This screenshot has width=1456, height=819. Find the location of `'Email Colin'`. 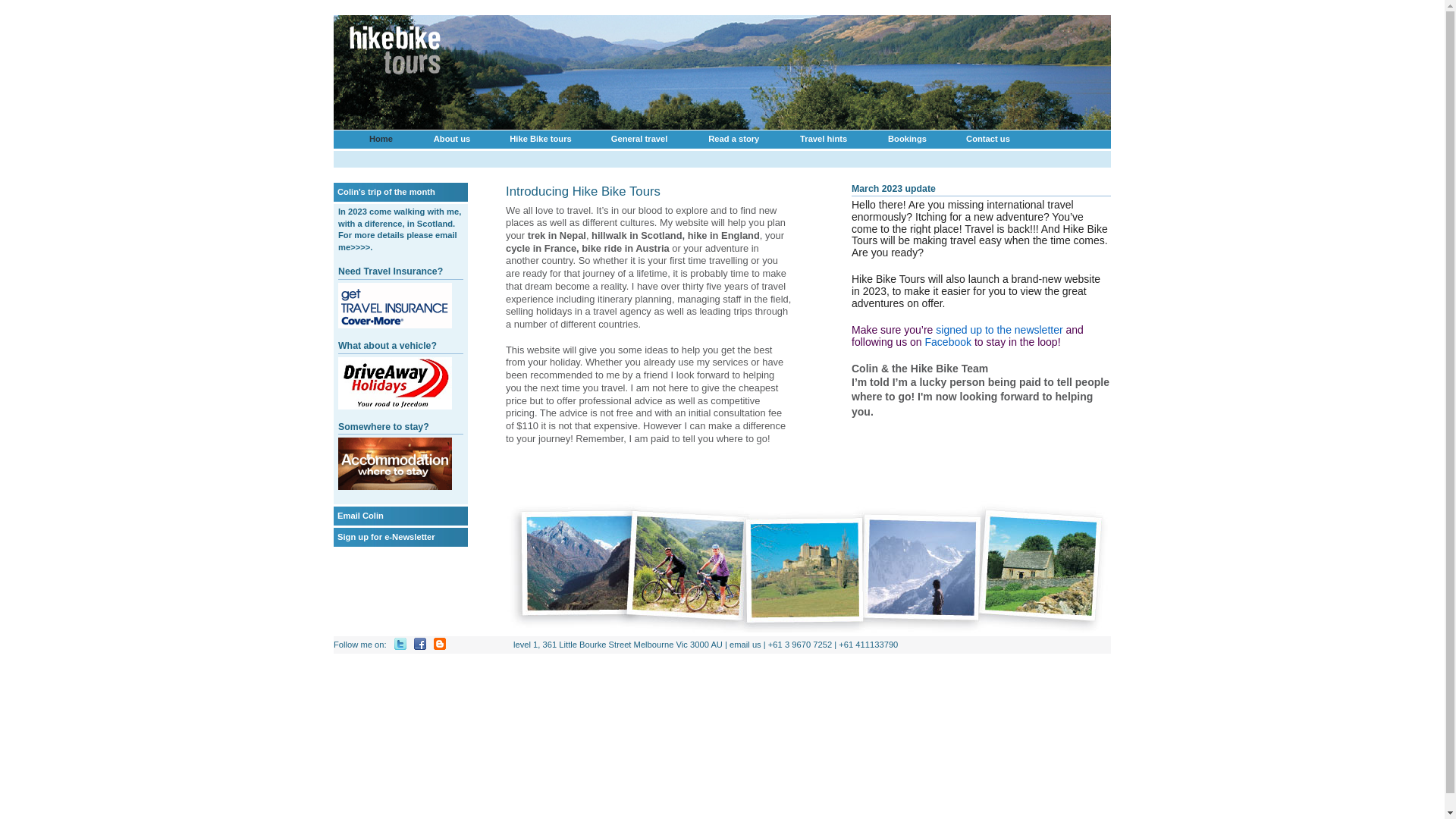

'Email Colin' is located at coordinates (337, 514).